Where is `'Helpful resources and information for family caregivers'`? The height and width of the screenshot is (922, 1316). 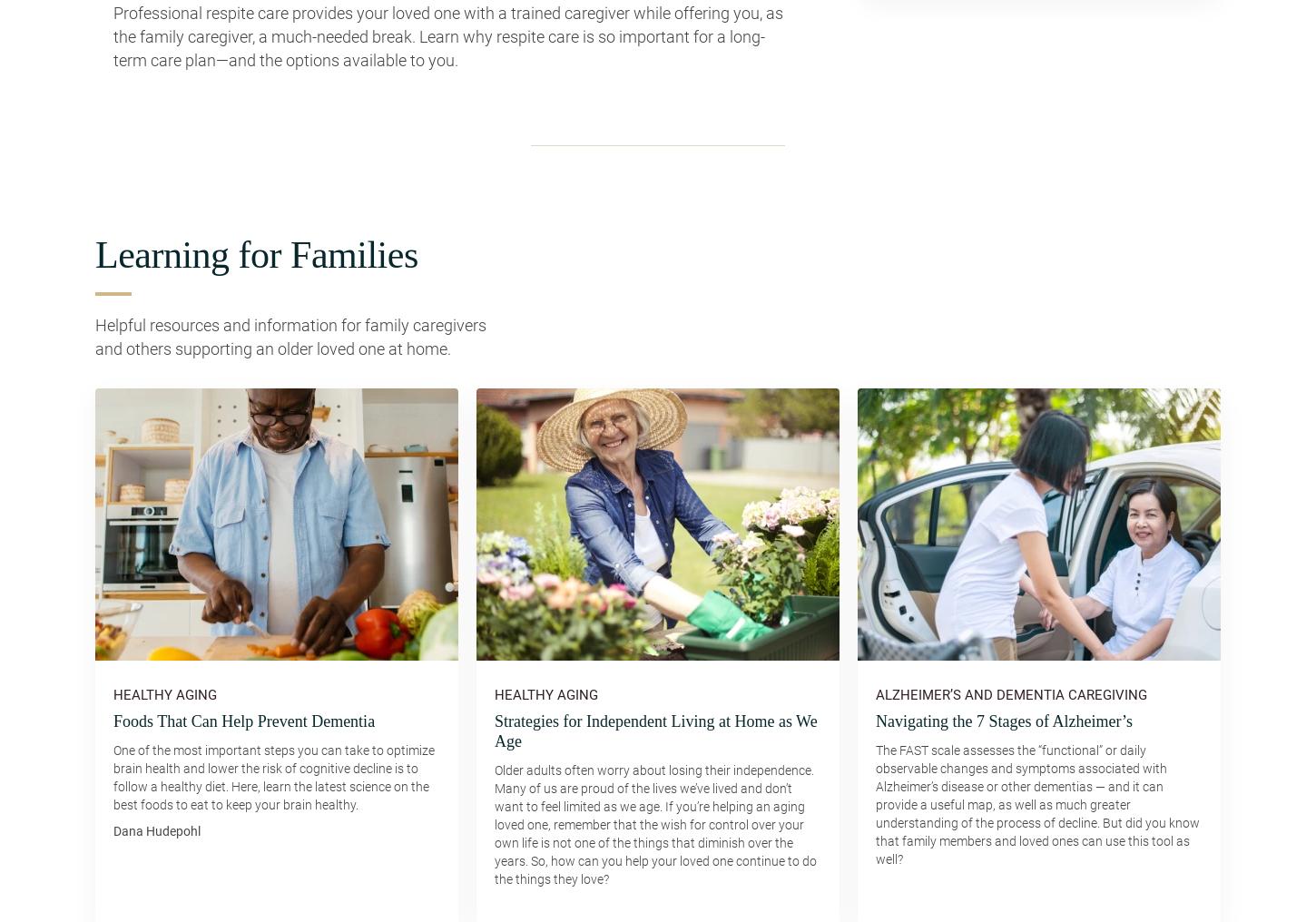
'Helpful resources and information for family caregivers' is located at coordinates (290, 325).